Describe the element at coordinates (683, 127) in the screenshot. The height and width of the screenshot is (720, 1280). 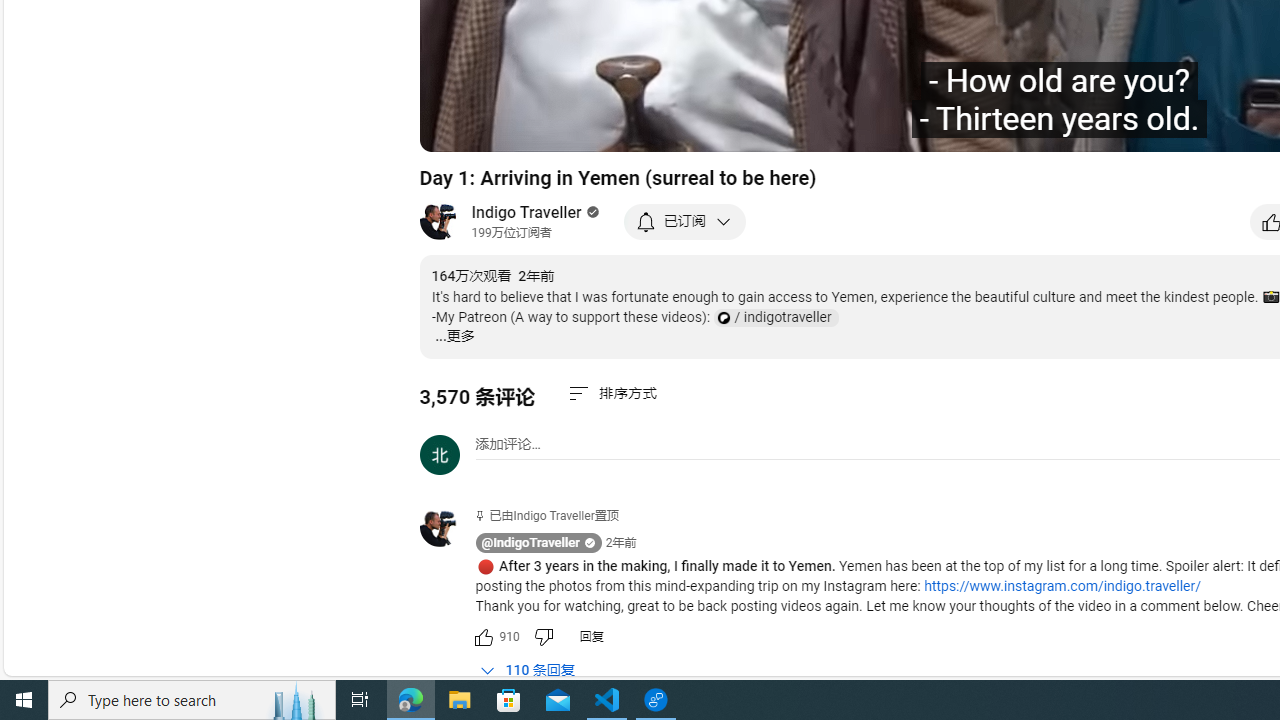
I see `'Intro'` at that location.